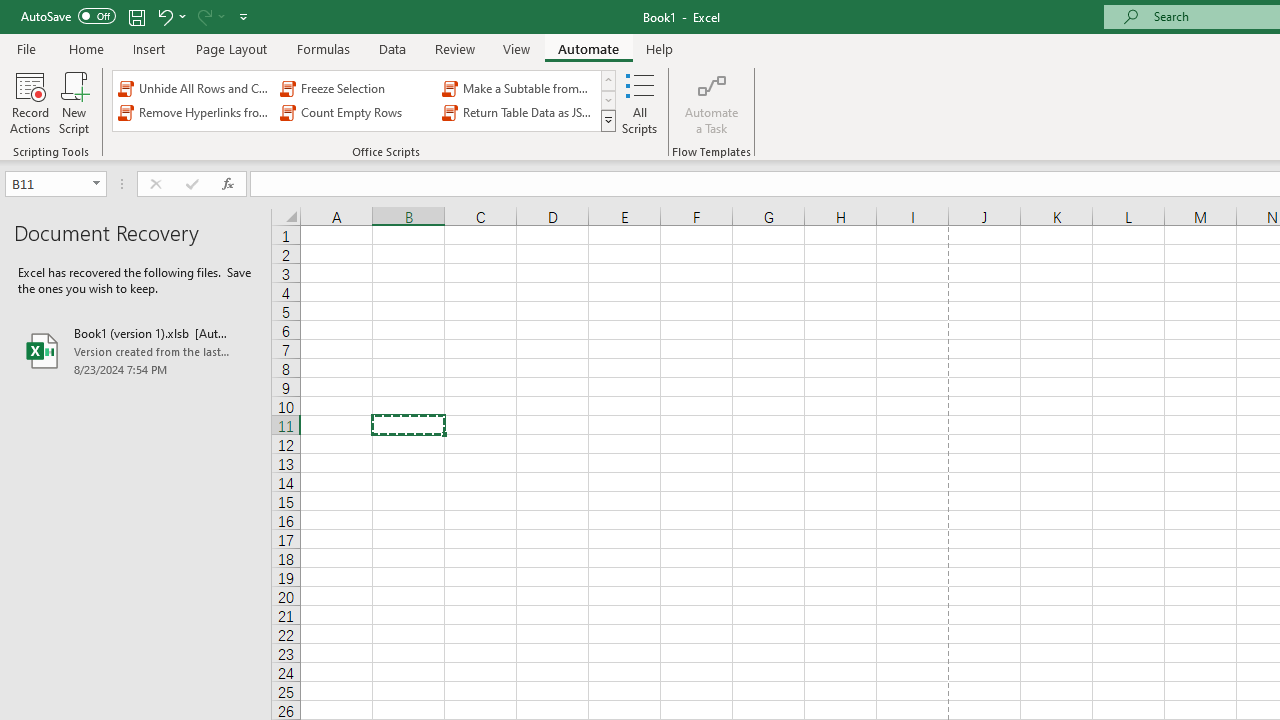 This screenshot has height=720, width=1280. What do you see at coordinates (640, 103) in the screenshot?
I see `'All Scripts'` at bounding box center [640, 103].